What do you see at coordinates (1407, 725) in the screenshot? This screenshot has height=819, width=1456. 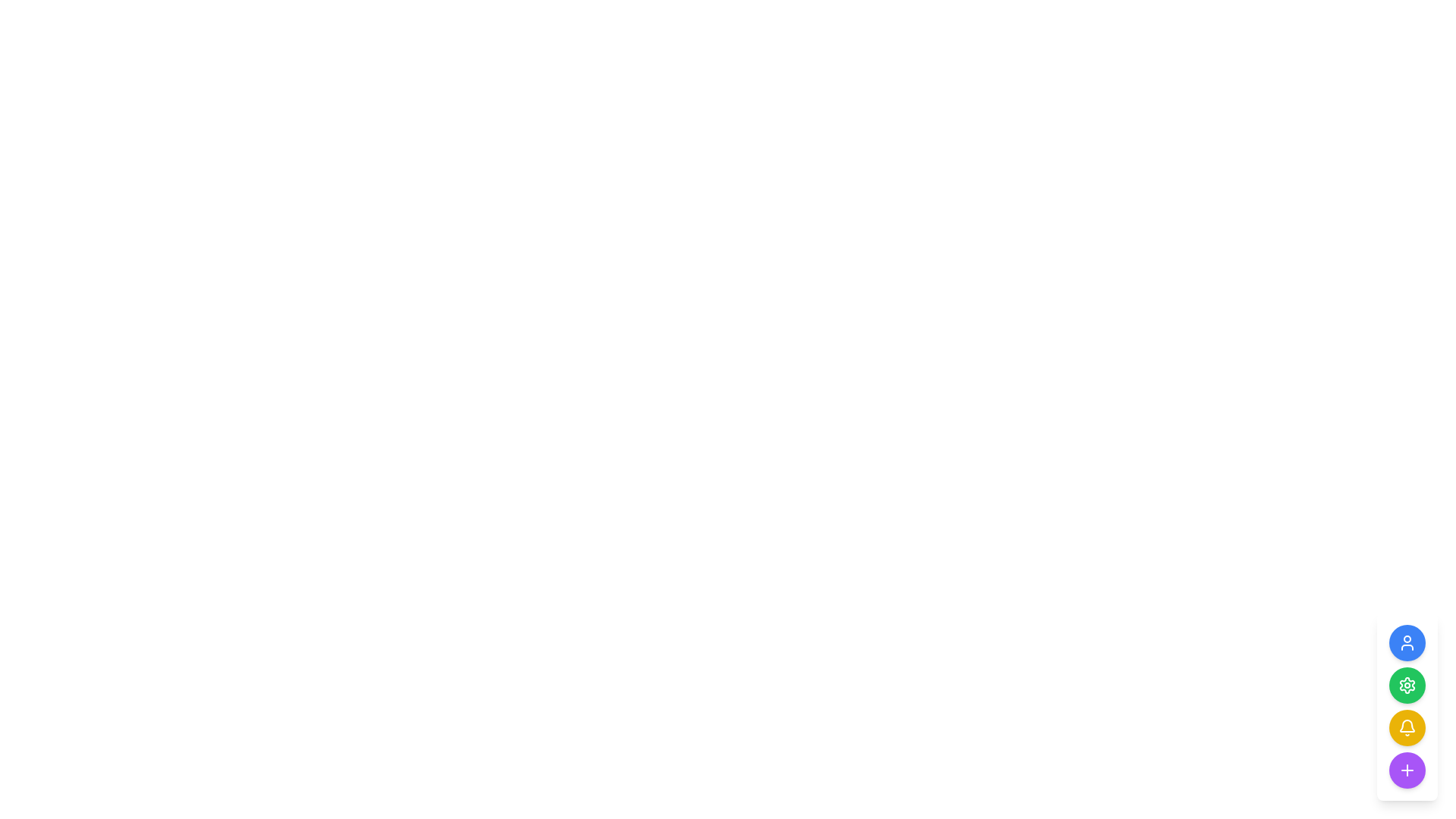 I see `the notification Icon Button located in the third position from the top in a vertical stack of icons within a floating right-side menu, directly below the green gear icon and above the pink plus icon` at bounding box center [1407, 725].